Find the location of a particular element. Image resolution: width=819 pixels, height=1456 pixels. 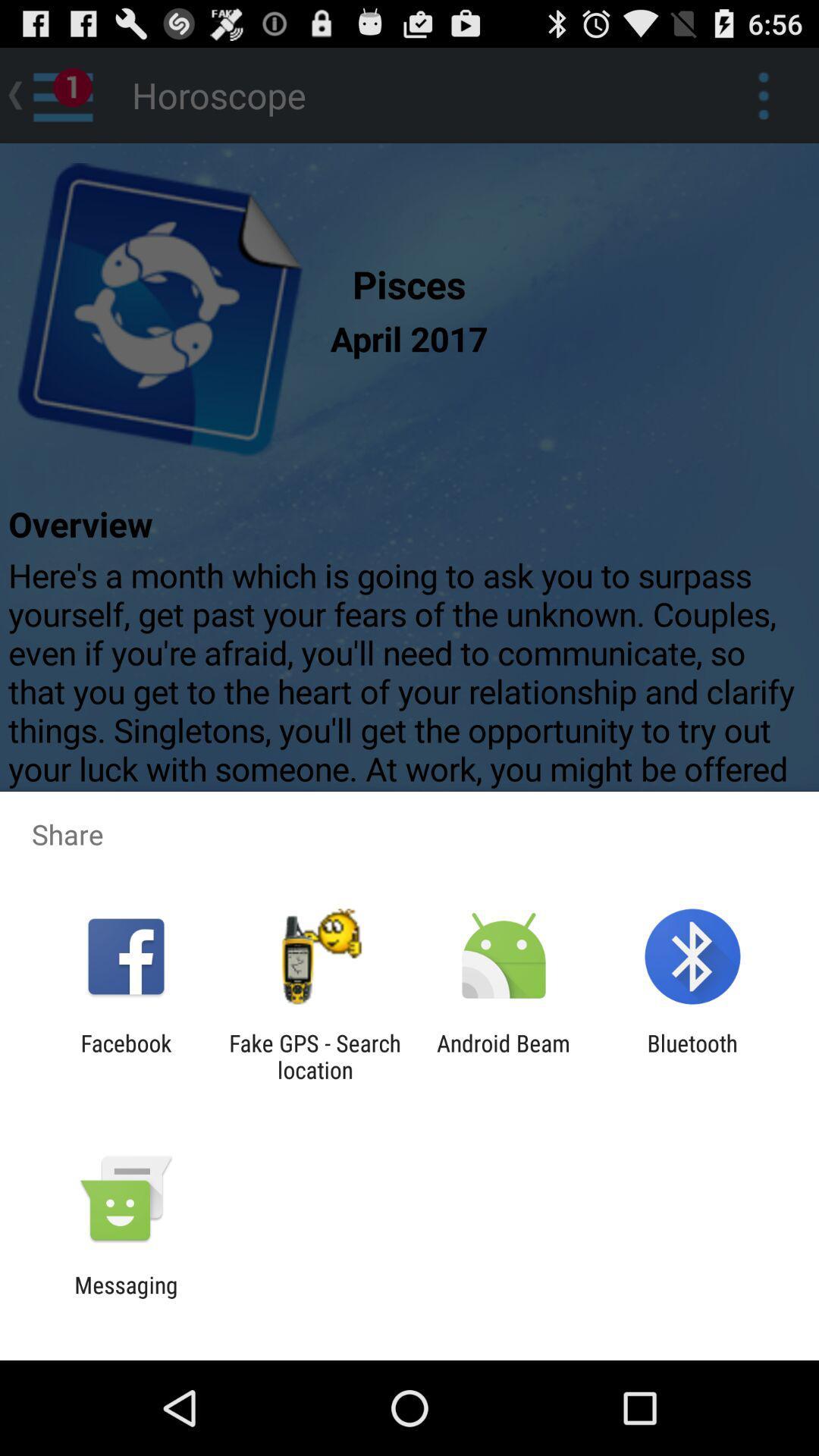

the app next to the android beam app is located at coordinates (314, 1056).